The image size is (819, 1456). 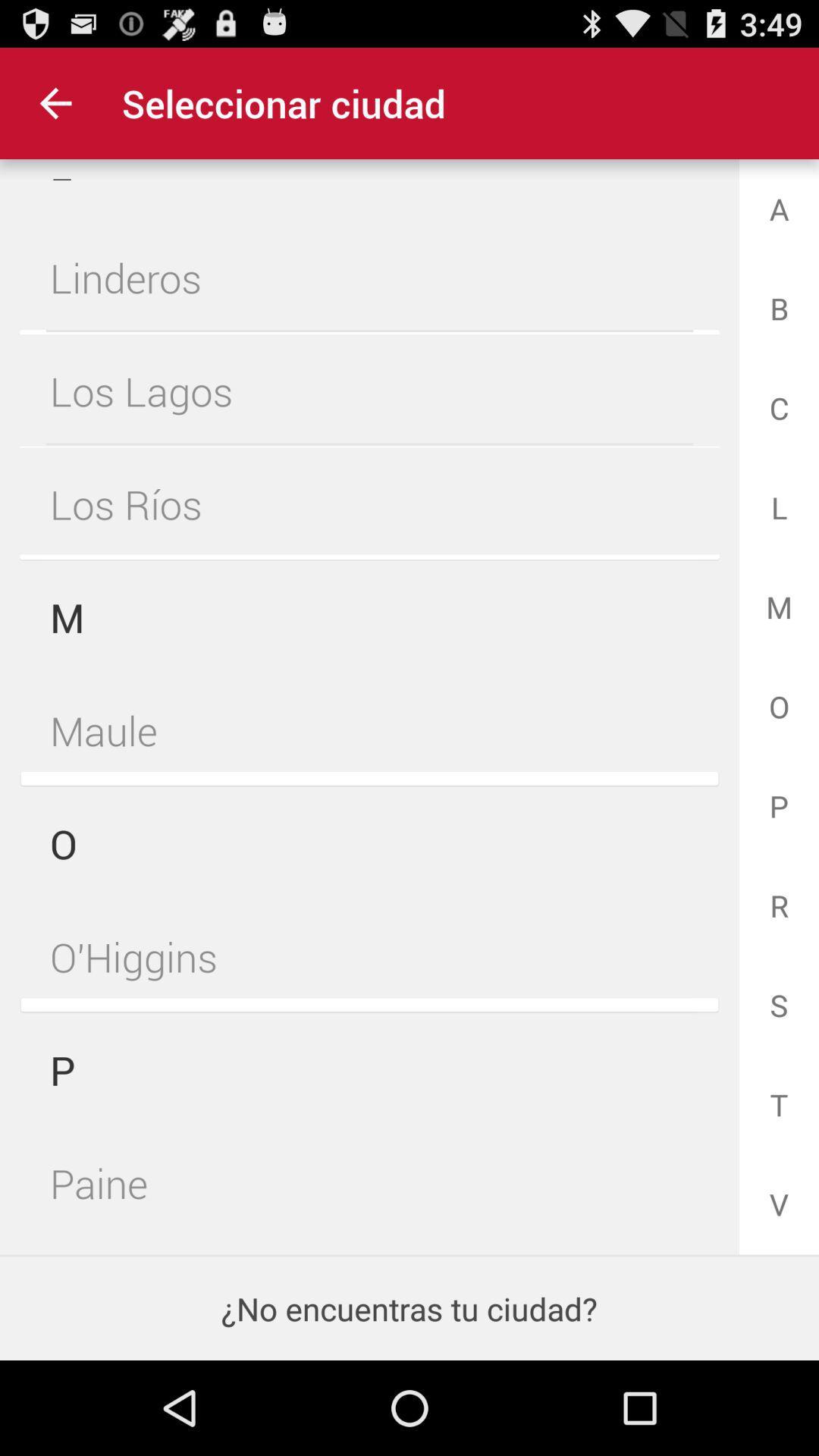 I want to click on o'higgins icon, so click(x=369, y=955).